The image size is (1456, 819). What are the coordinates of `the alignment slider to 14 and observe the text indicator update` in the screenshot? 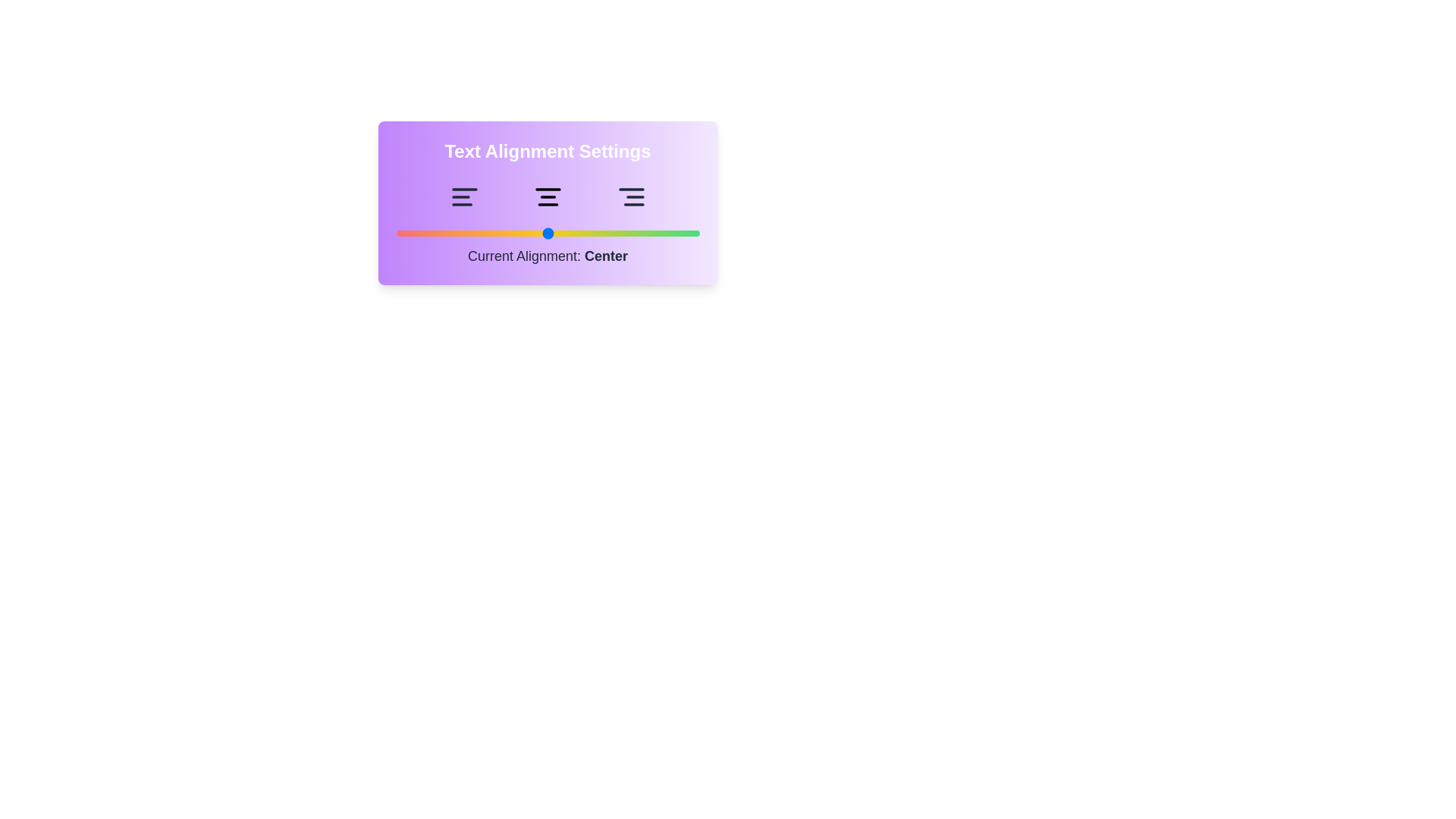 It's located at (438, 234).